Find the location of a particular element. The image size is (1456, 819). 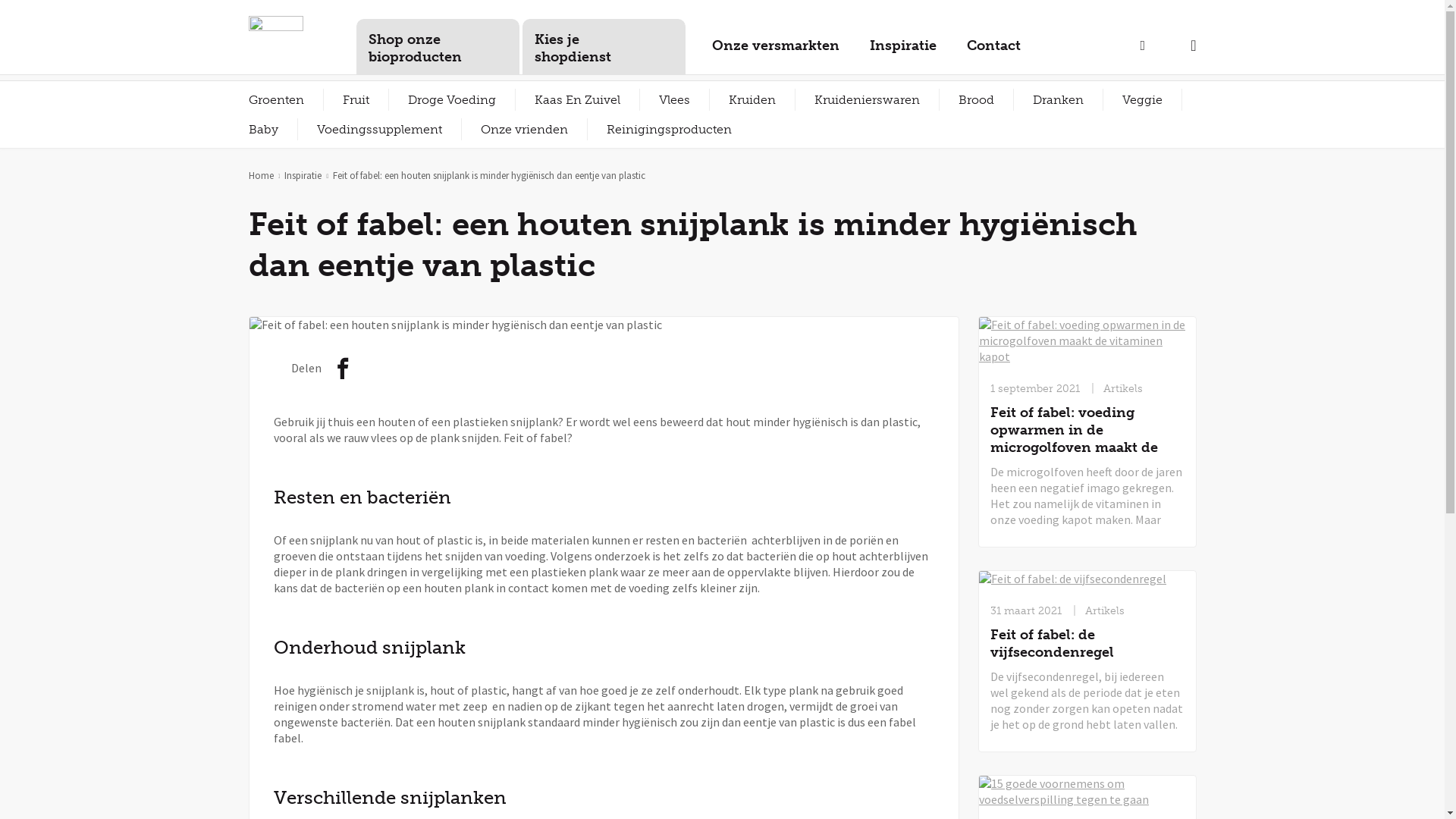

'Onze versmarkten' is located at coordinates (775, 51).